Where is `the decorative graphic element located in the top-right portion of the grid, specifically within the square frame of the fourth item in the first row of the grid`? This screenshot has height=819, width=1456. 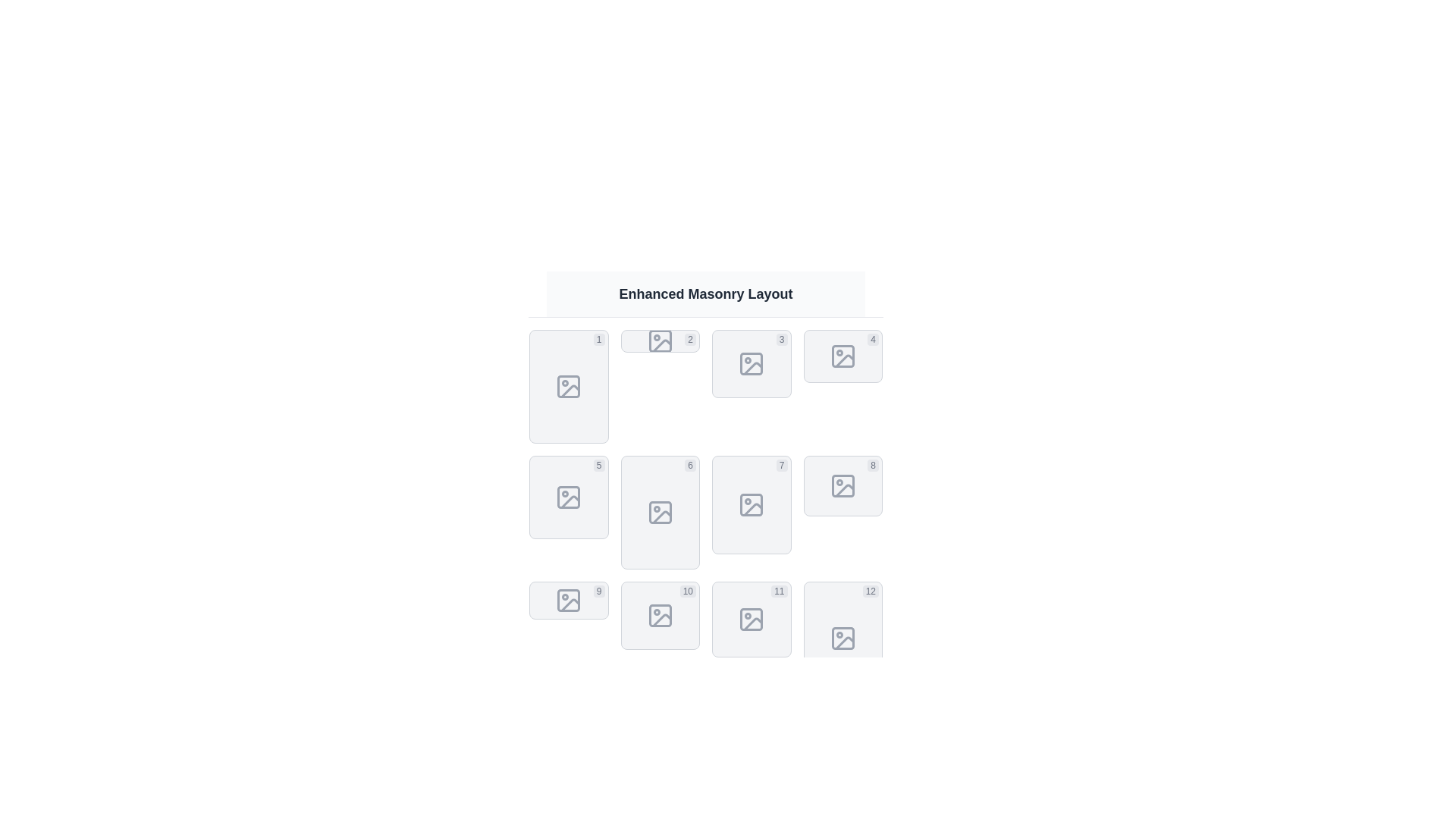 the decorative graphic element located in the top-right portion of the grid, specifically within the square frame of the fourth item in the first row of the grid is located at coordinates (842, 356).